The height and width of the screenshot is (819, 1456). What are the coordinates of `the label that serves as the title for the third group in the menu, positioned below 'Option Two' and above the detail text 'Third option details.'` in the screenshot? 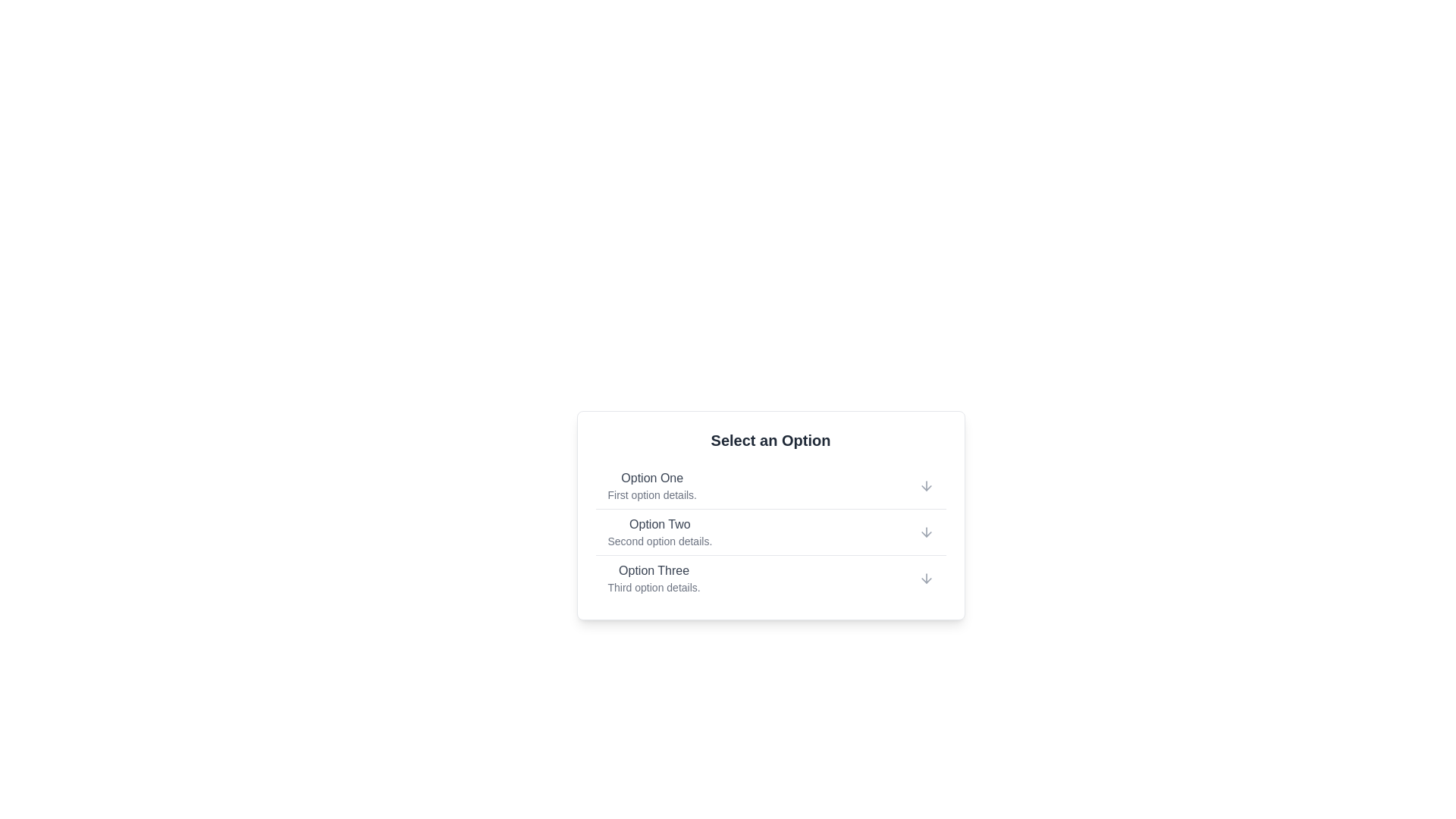 It's located at (654, 570).